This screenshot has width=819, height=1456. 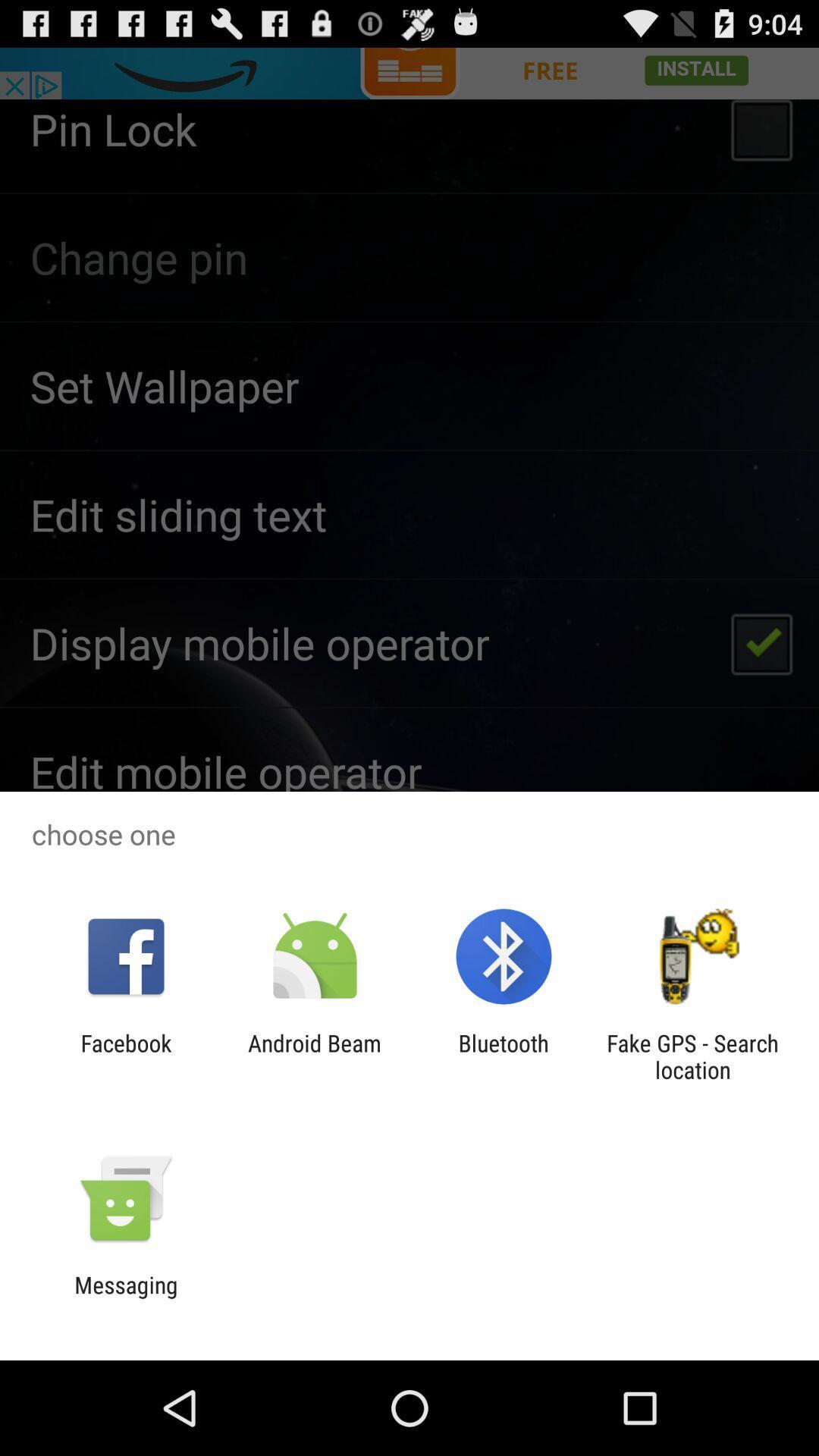 I want to click on the app to the left of the android beam item, so click(x=125, y=1056).